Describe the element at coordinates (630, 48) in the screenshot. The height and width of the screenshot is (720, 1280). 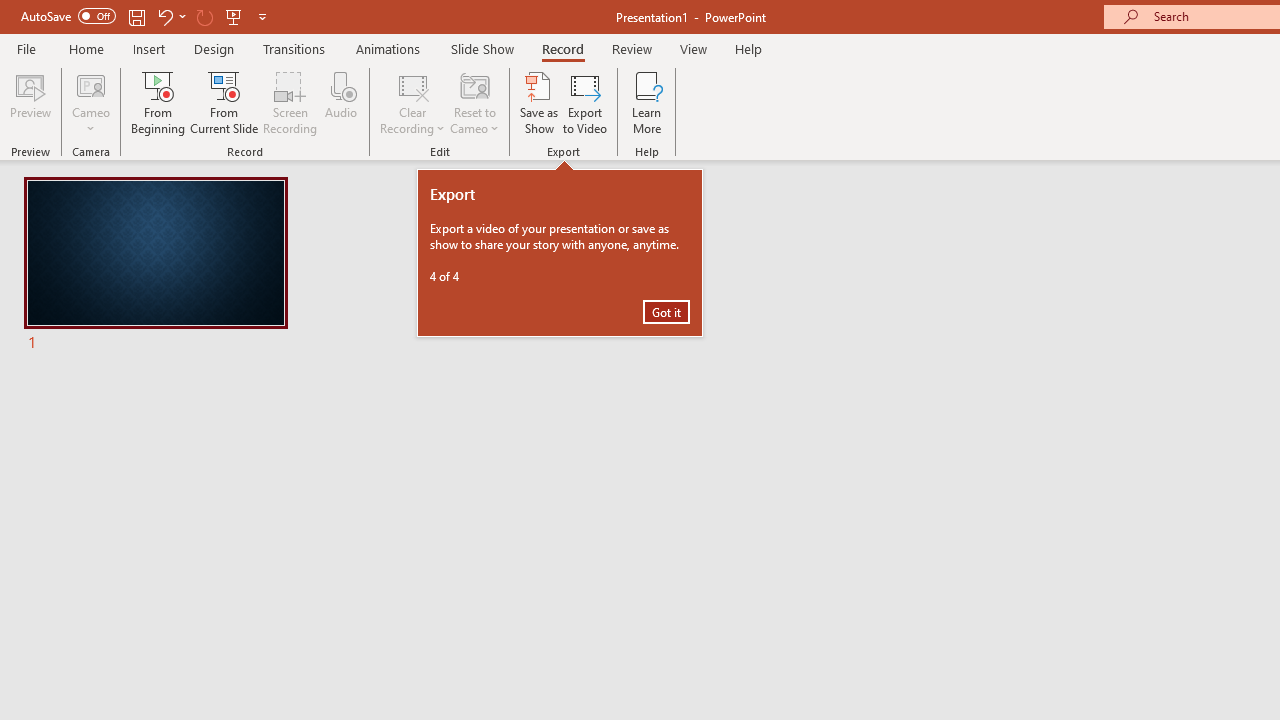
I see `'Review'` at that location.